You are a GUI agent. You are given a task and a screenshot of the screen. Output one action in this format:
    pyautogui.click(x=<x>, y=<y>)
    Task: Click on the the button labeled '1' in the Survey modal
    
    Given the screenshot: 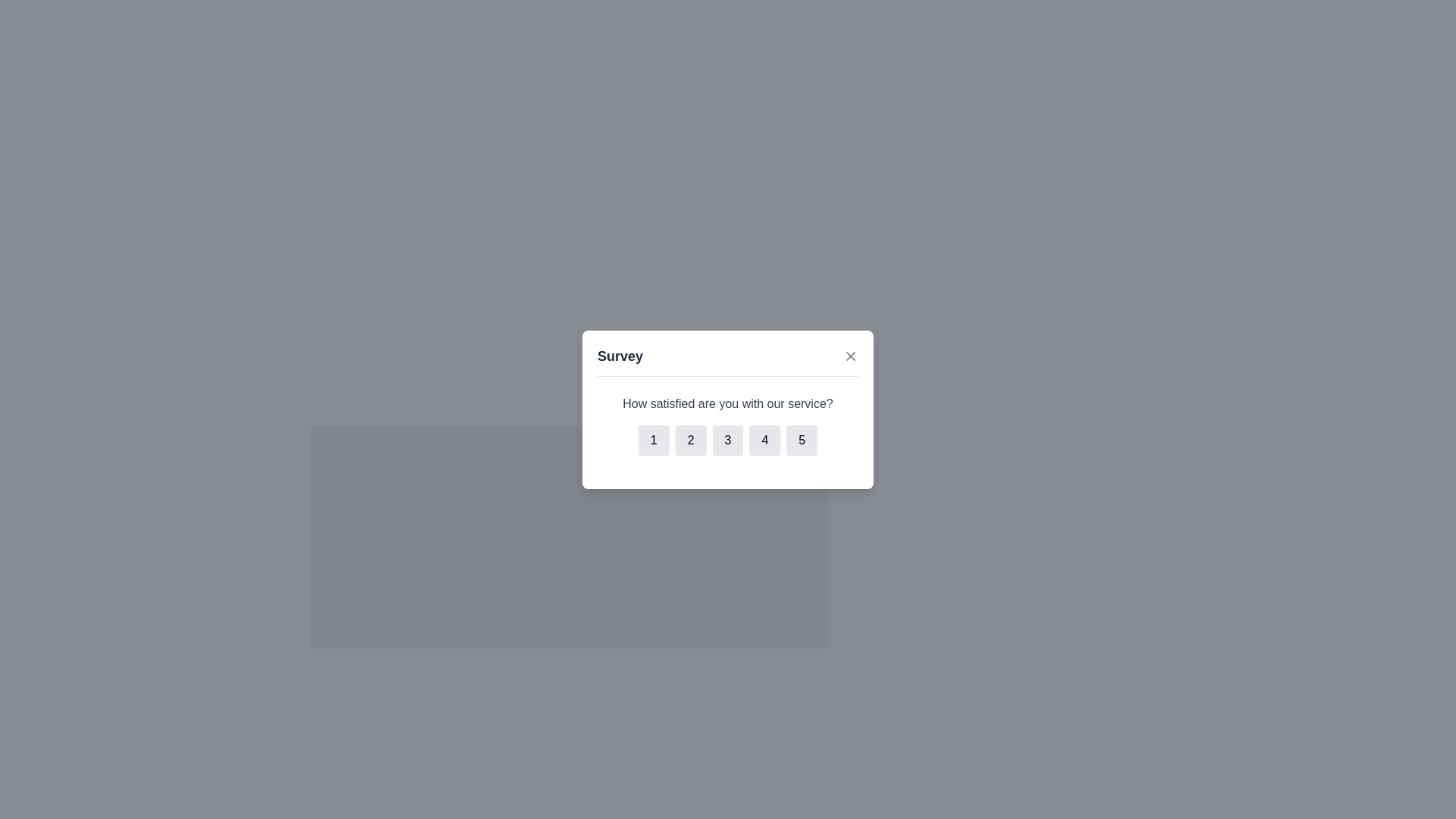 What is the action you would take?
    pyautogui.click(x=654, y=440)
    